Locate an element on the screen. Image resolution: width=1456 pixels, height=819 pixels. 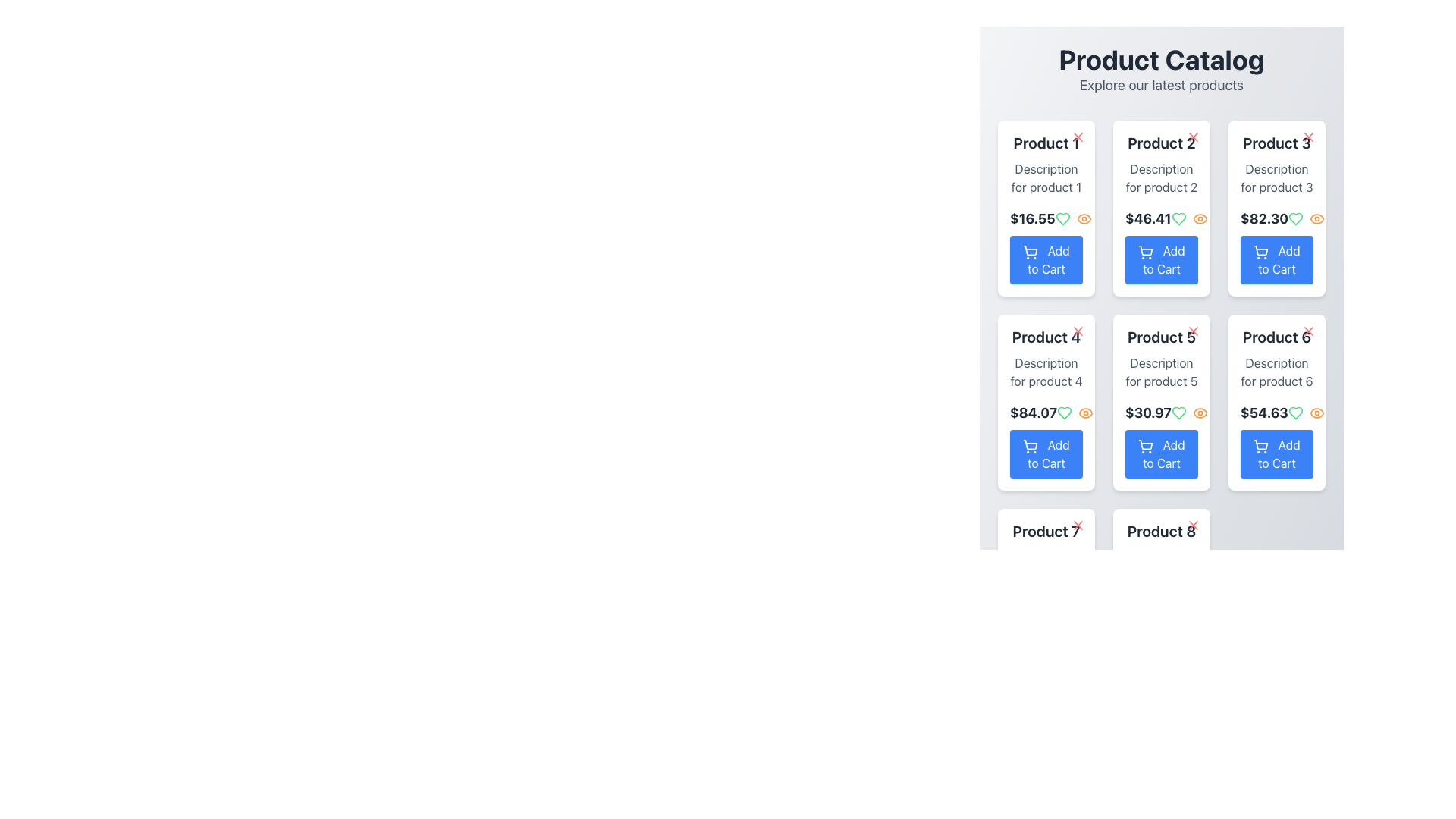
the Text label displaying the title or identifier of 'Product 5' in the second row and second column of the 'Product Catalog' grid layout is located at coordinates (1160, 336).